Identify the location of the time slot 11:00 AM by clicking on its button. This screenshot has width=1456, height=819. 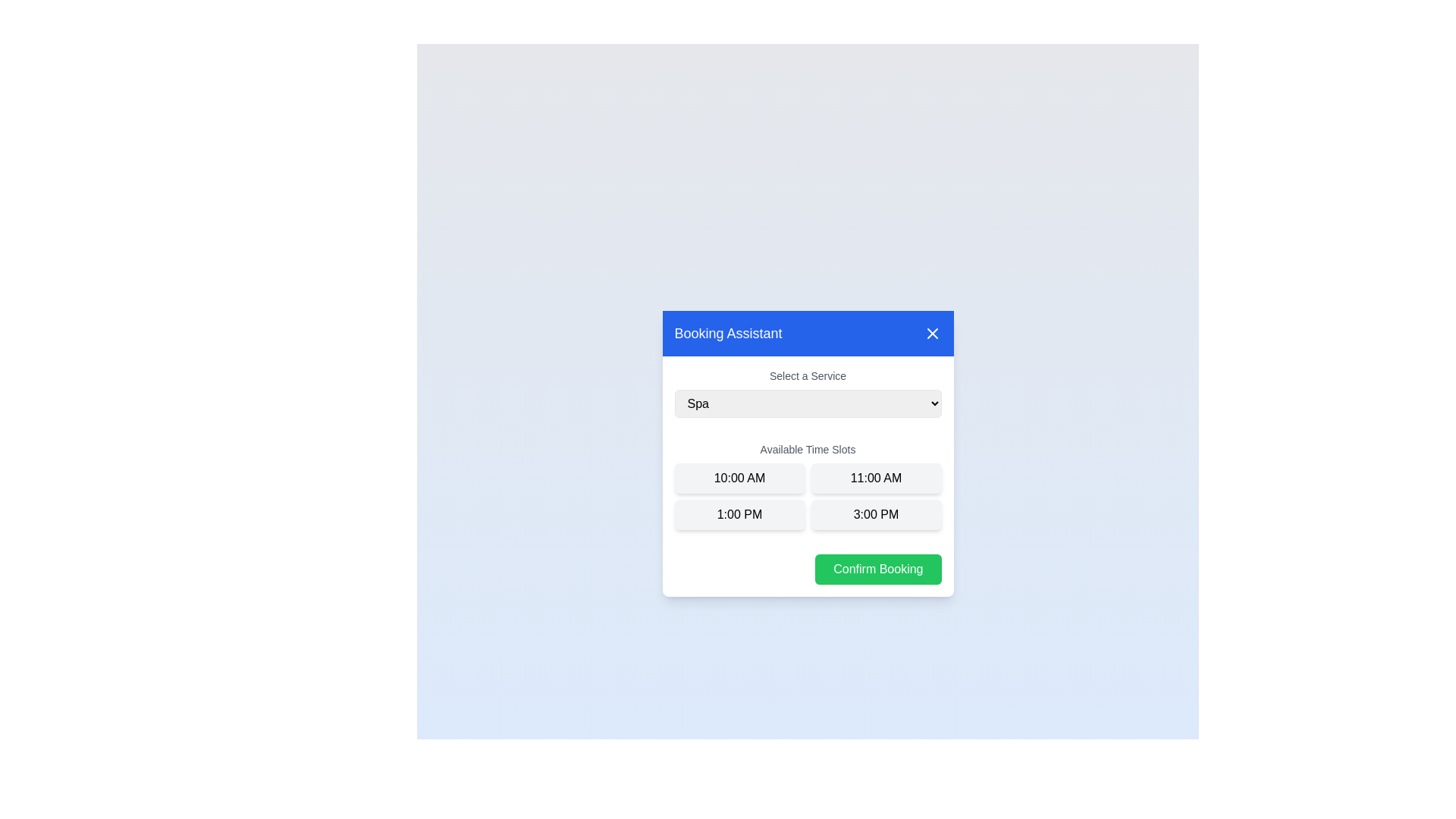
(876, 478).